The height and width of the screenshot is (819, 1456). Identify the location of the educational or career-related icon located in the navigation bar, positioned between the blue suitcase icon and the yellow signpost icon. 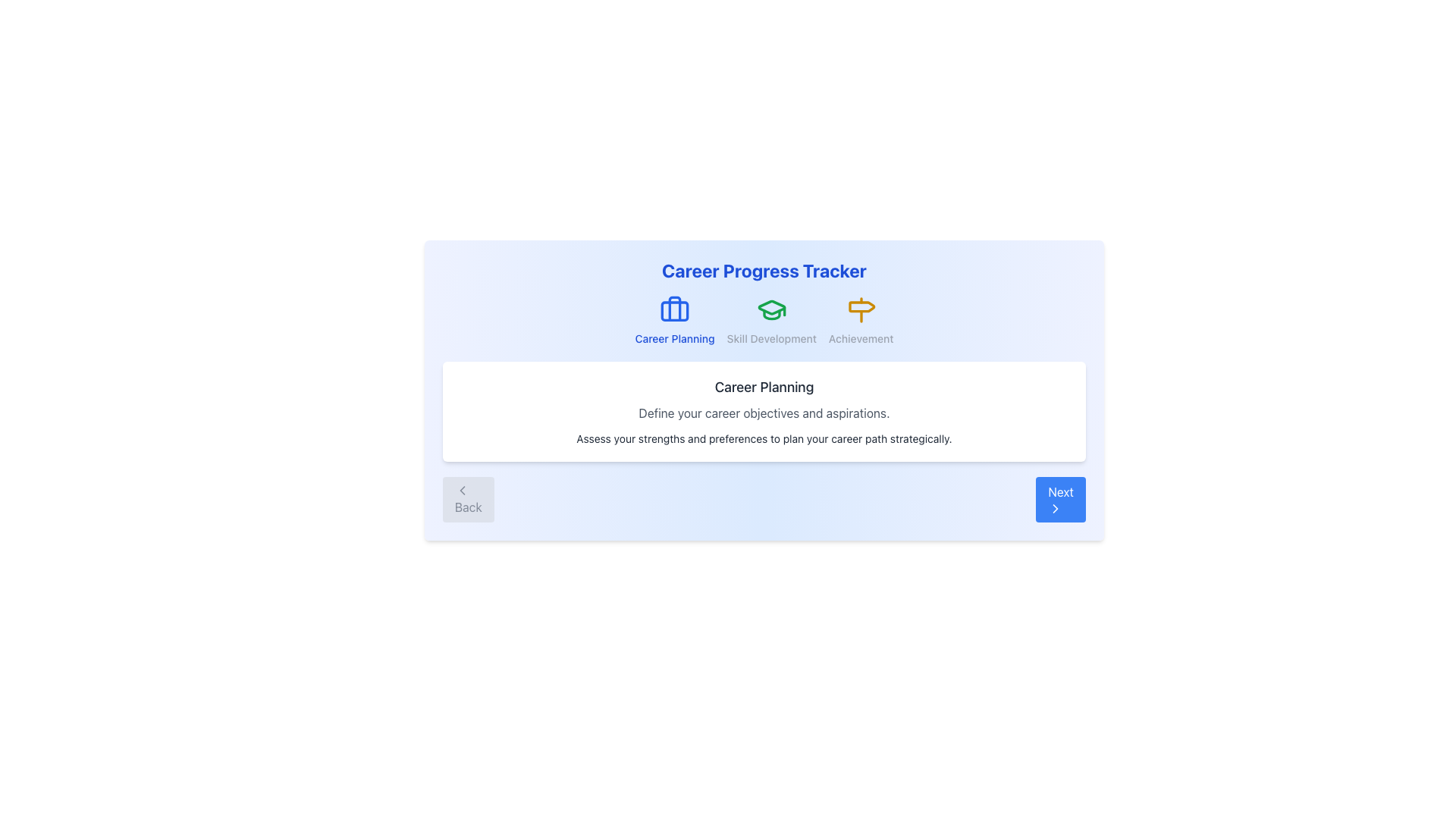
(771, 307).